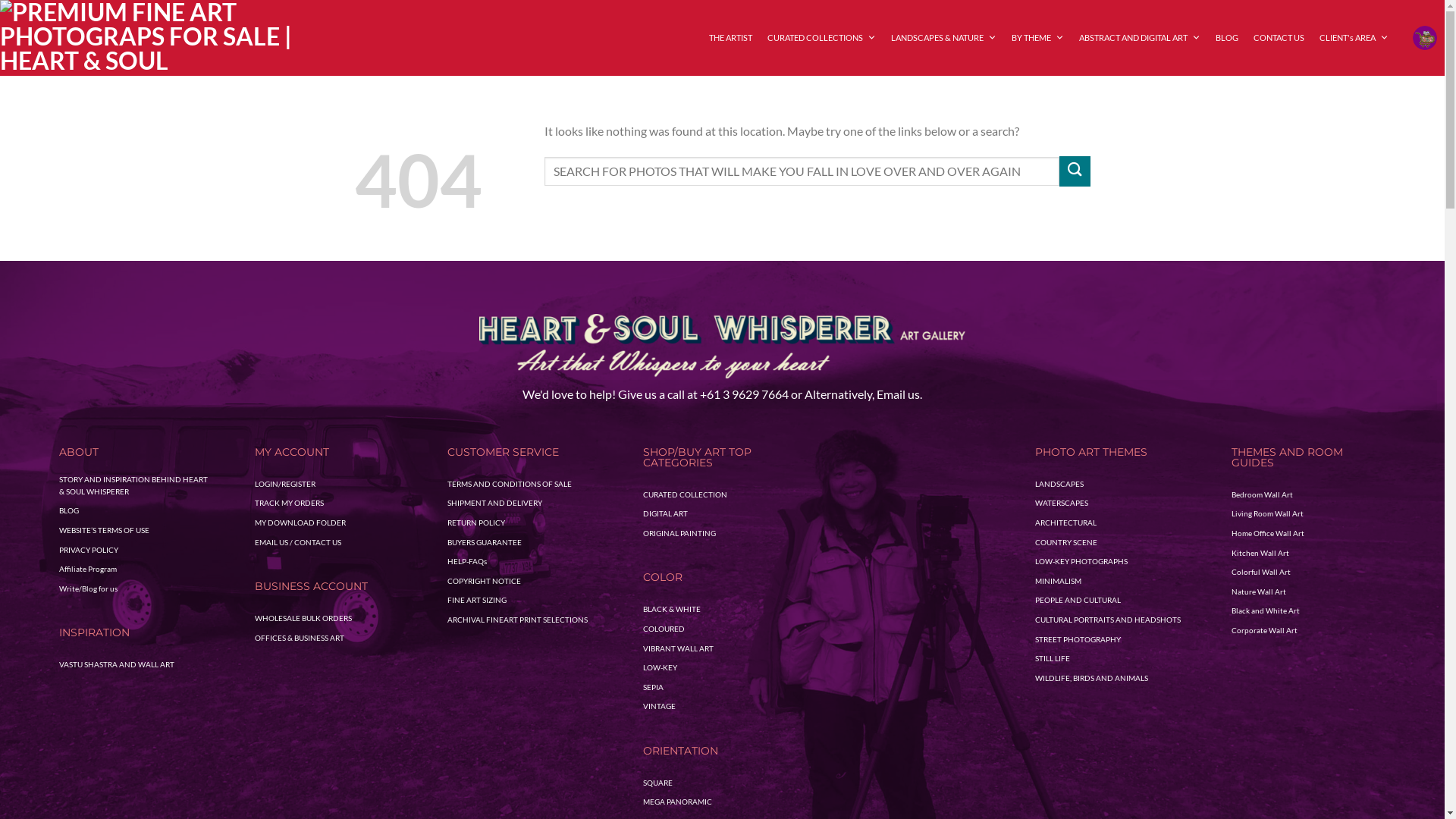 The height and width of the screenshot is (819, 1456). Describe the element at coordinates (1264, 629) in the screenshot. I see `'Corporate Wall Art'` at that location.